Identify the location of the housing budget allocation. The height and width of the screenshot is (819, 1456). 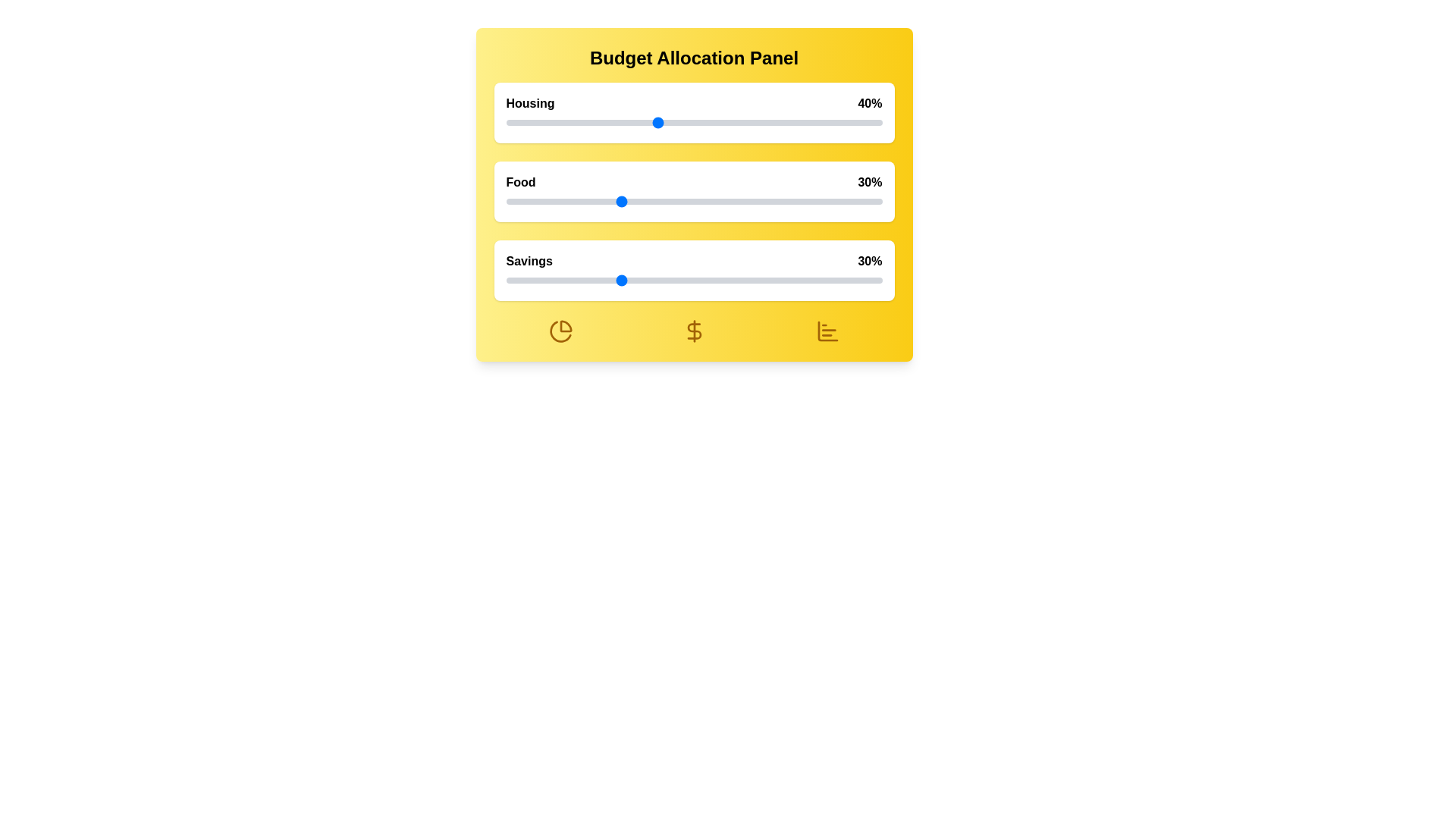
(765, 122).